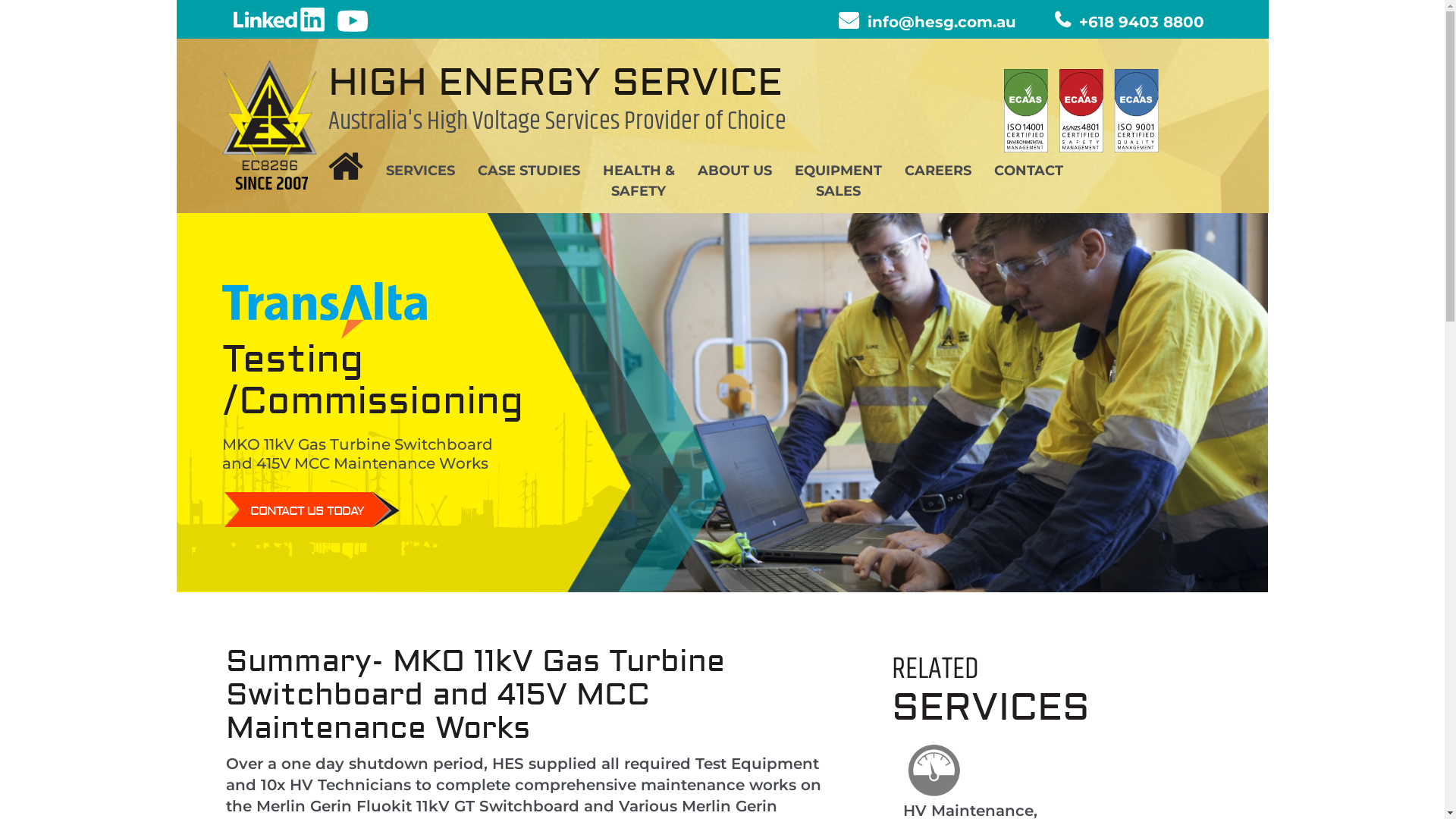 The image size is (1456, 819). I want to click on 'SERVICES', so click(419, 171).